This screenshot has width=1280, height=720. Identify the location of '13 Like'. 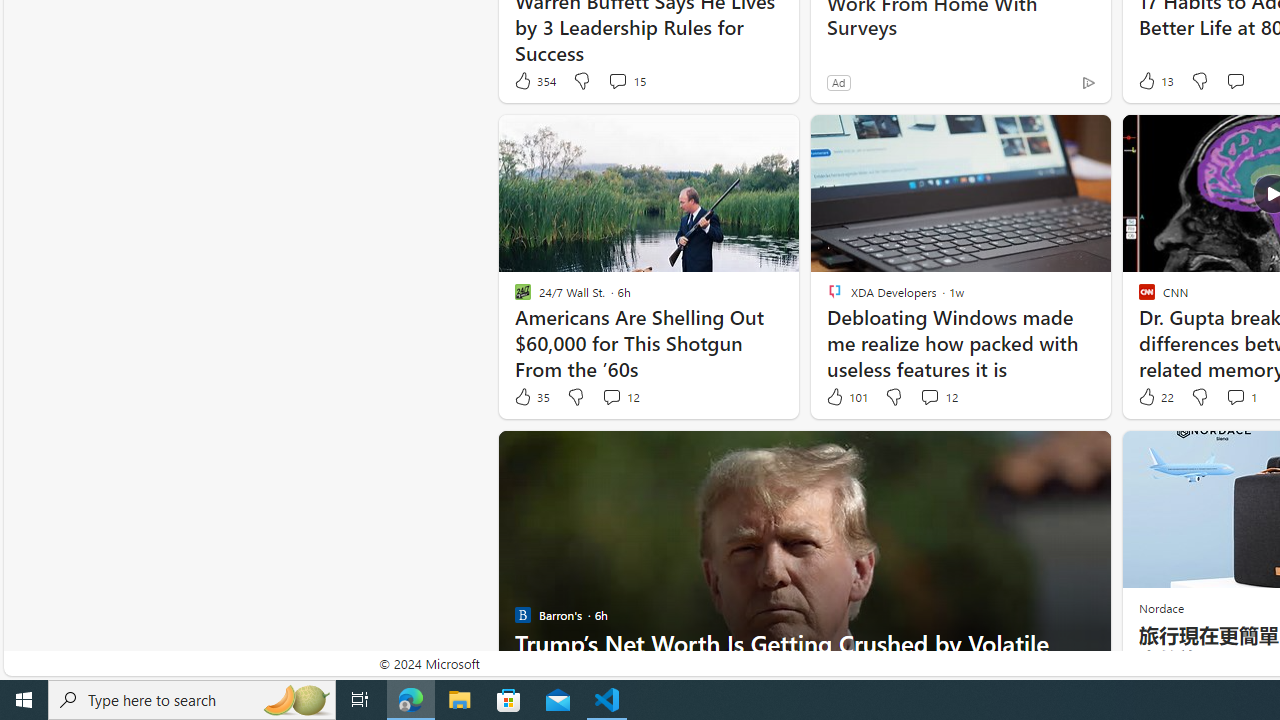
(1154, 80).